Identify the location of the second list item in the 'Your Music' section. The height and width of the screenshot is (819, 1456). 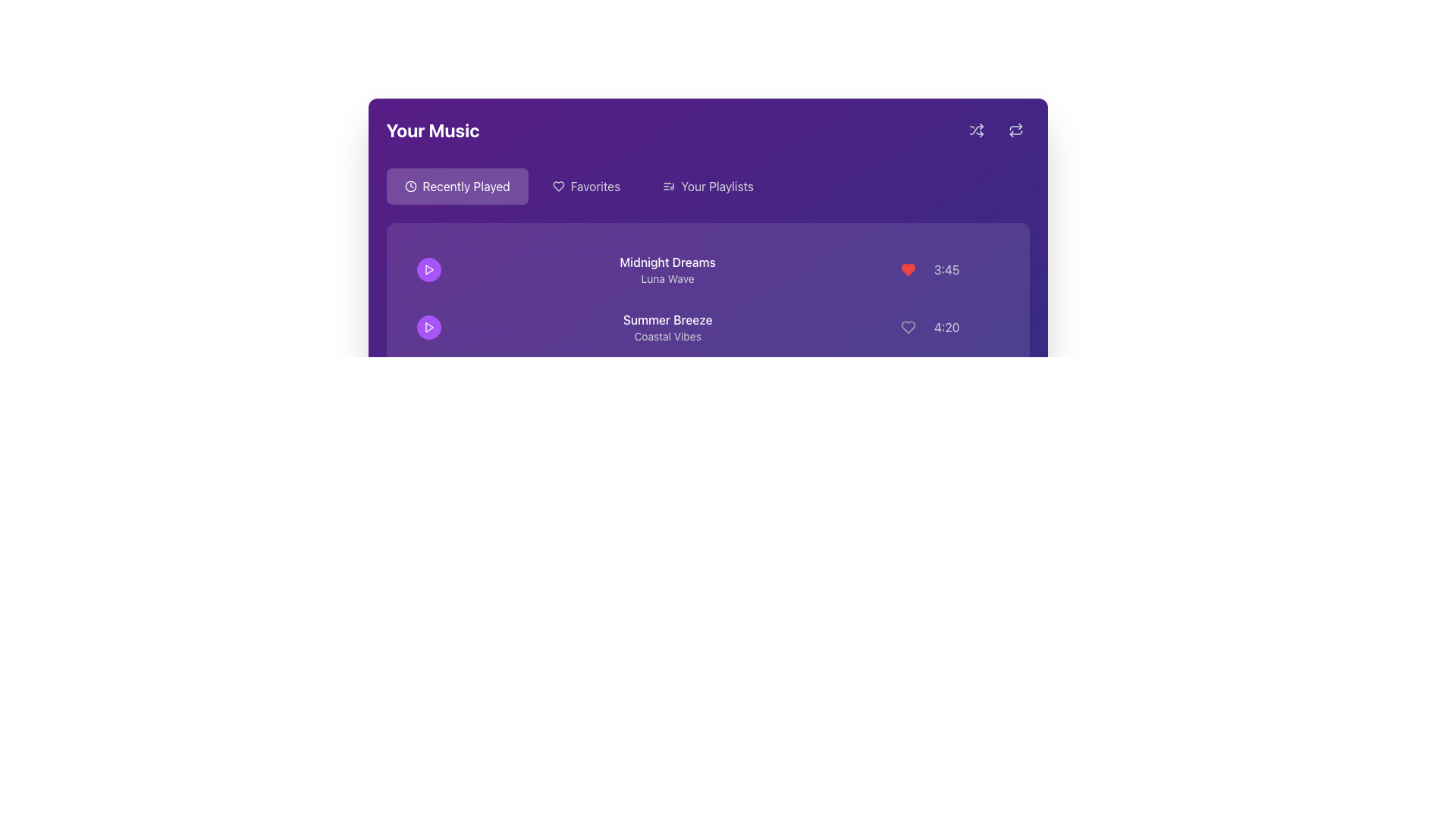
(707, 327).